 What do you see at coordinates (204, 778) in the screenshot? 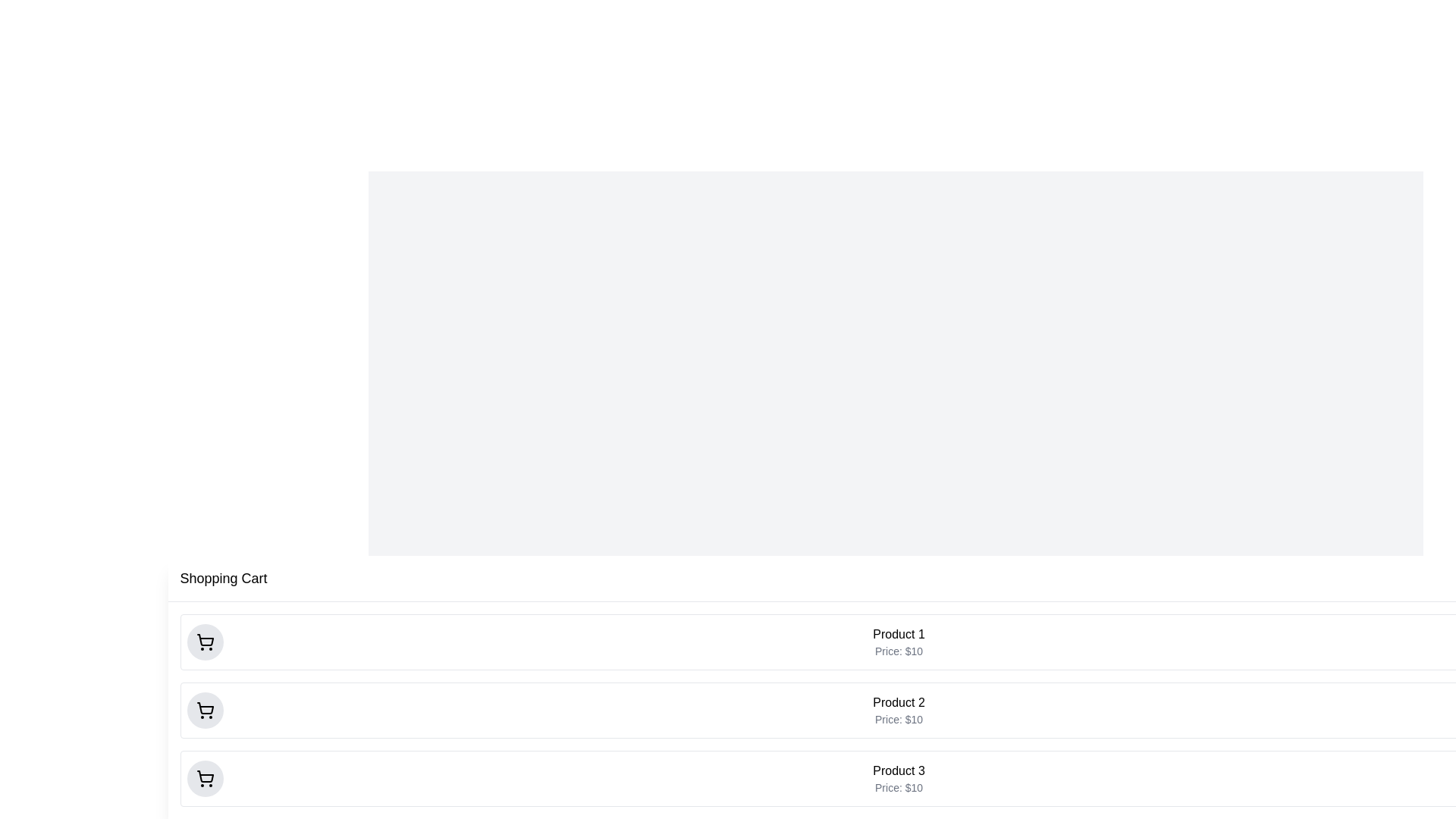
I see `the shopping cart icon, which is a minimalist SVG component with rounded edges and a dark outline, located at the center of the bottommost circular icon in a vertically stacked list of three items` at bounding box center [204, 778].